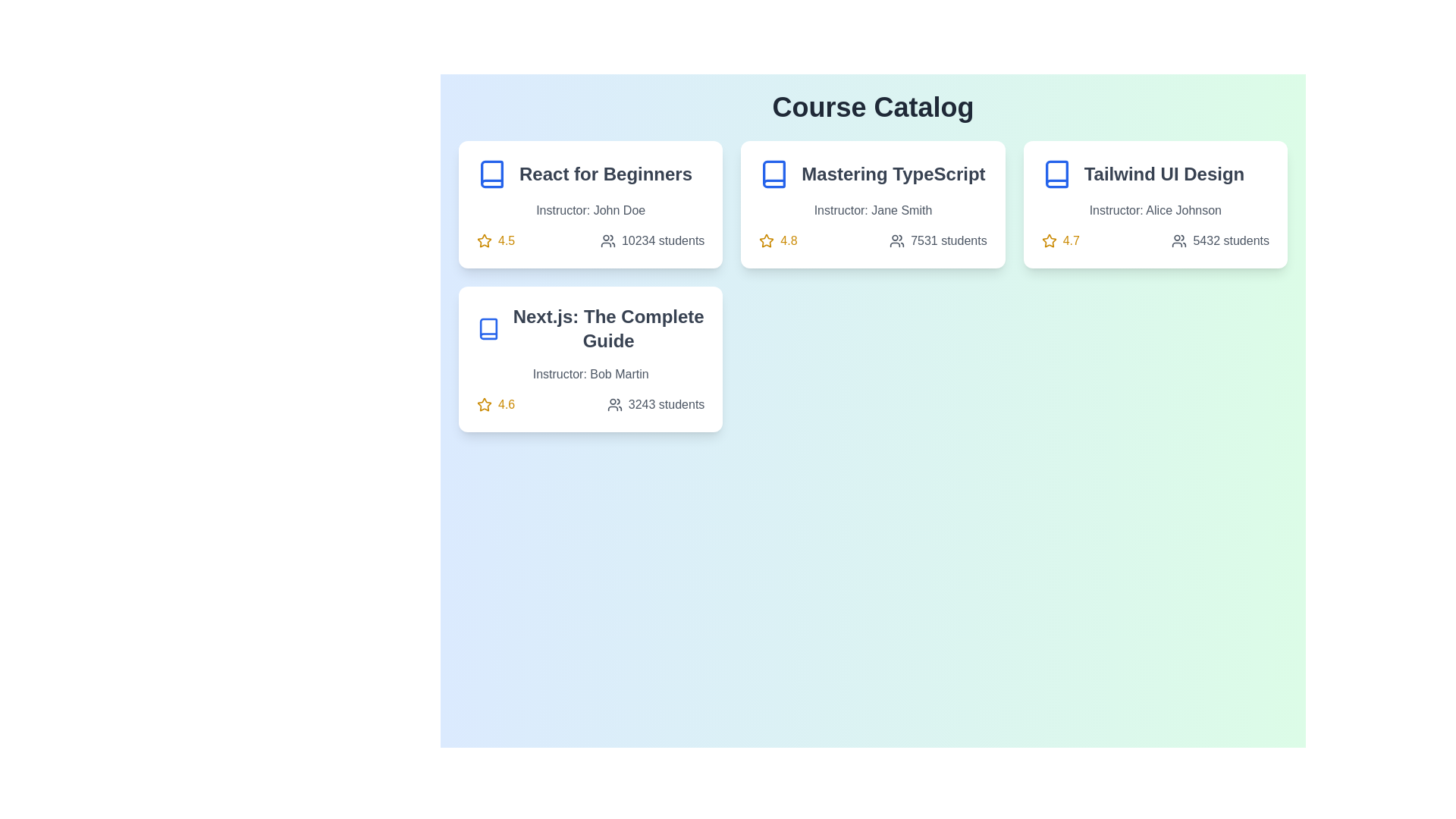  What do you see at coordinates (774, 174) in the screenshot?
I see `the blue book icon for the 'Mastering TypeScript' course located in the upper right section of the course list grid` at bounding box center [774, 174].